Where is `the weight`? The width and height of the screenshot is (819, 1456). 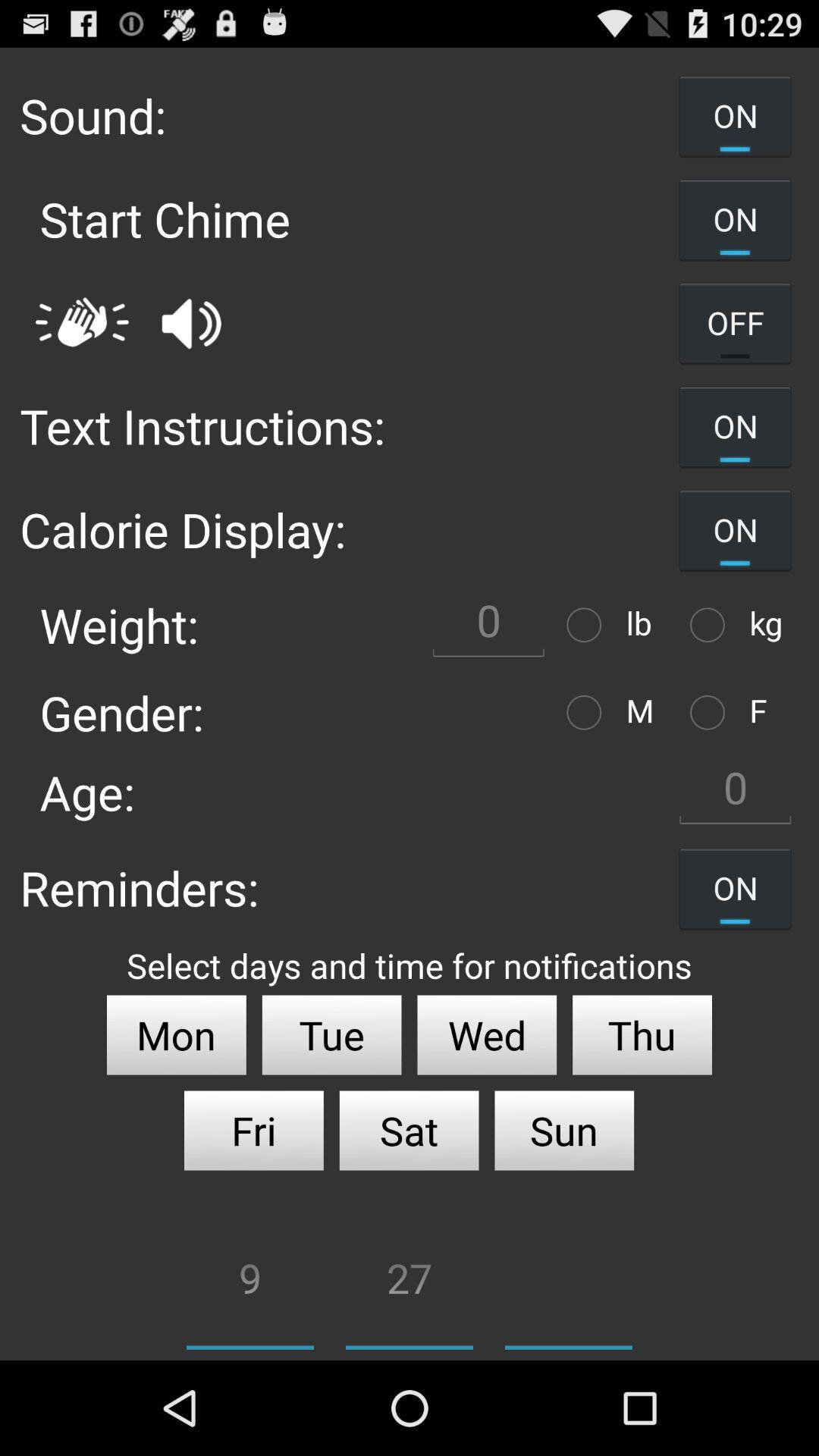
the weight is located at coordinates (488, 625).